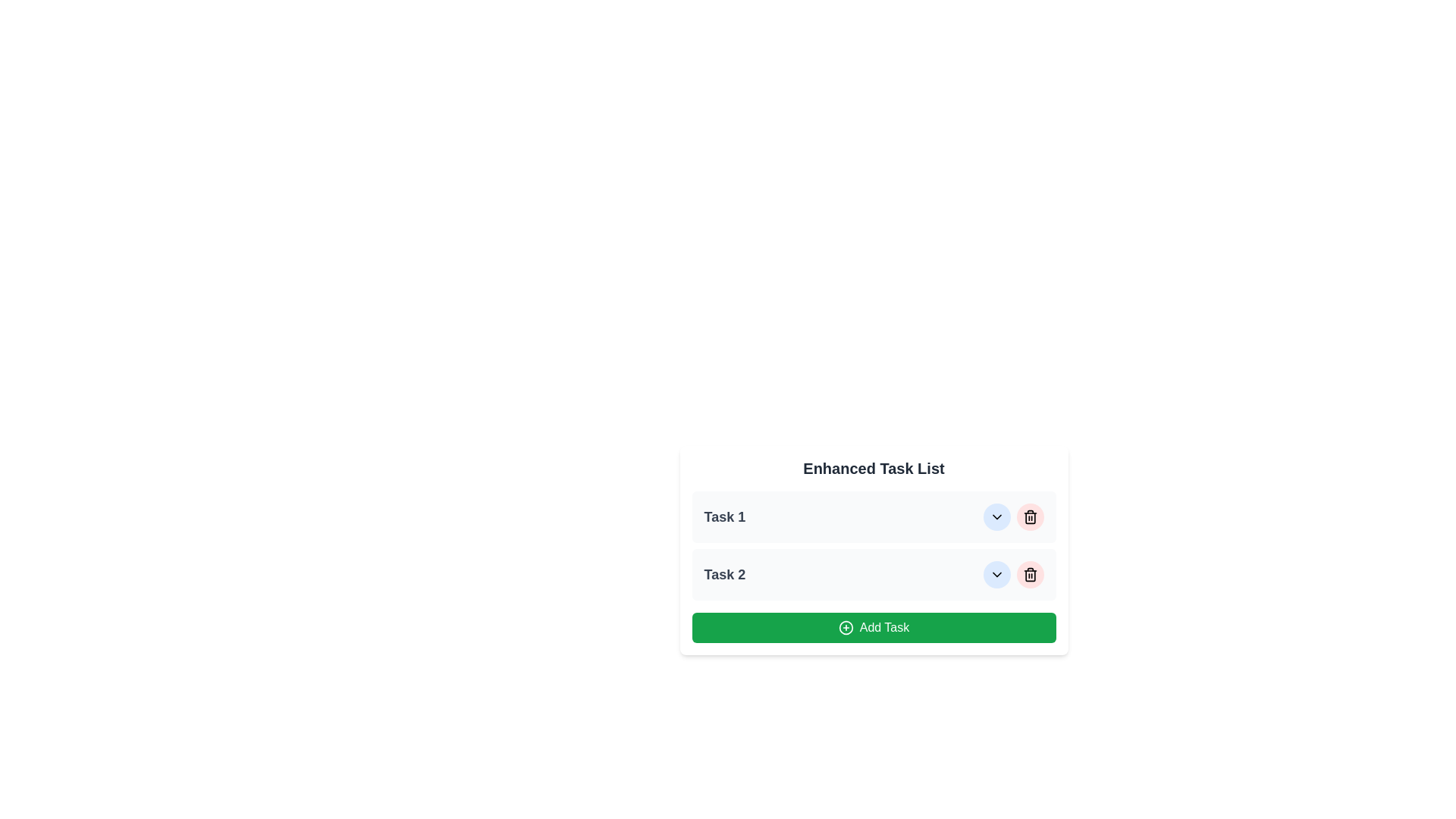 Image resolution: width=1456 pixels, height=819 pixels. What do you see at coordinates (1013, 516) in the screenshot?
I see `the grouped action buttons located on the far-right side of the first task item, next to the text 'Task 1', which includes a dropdown toggle and a delete action` at bounding box center [1013, 516].